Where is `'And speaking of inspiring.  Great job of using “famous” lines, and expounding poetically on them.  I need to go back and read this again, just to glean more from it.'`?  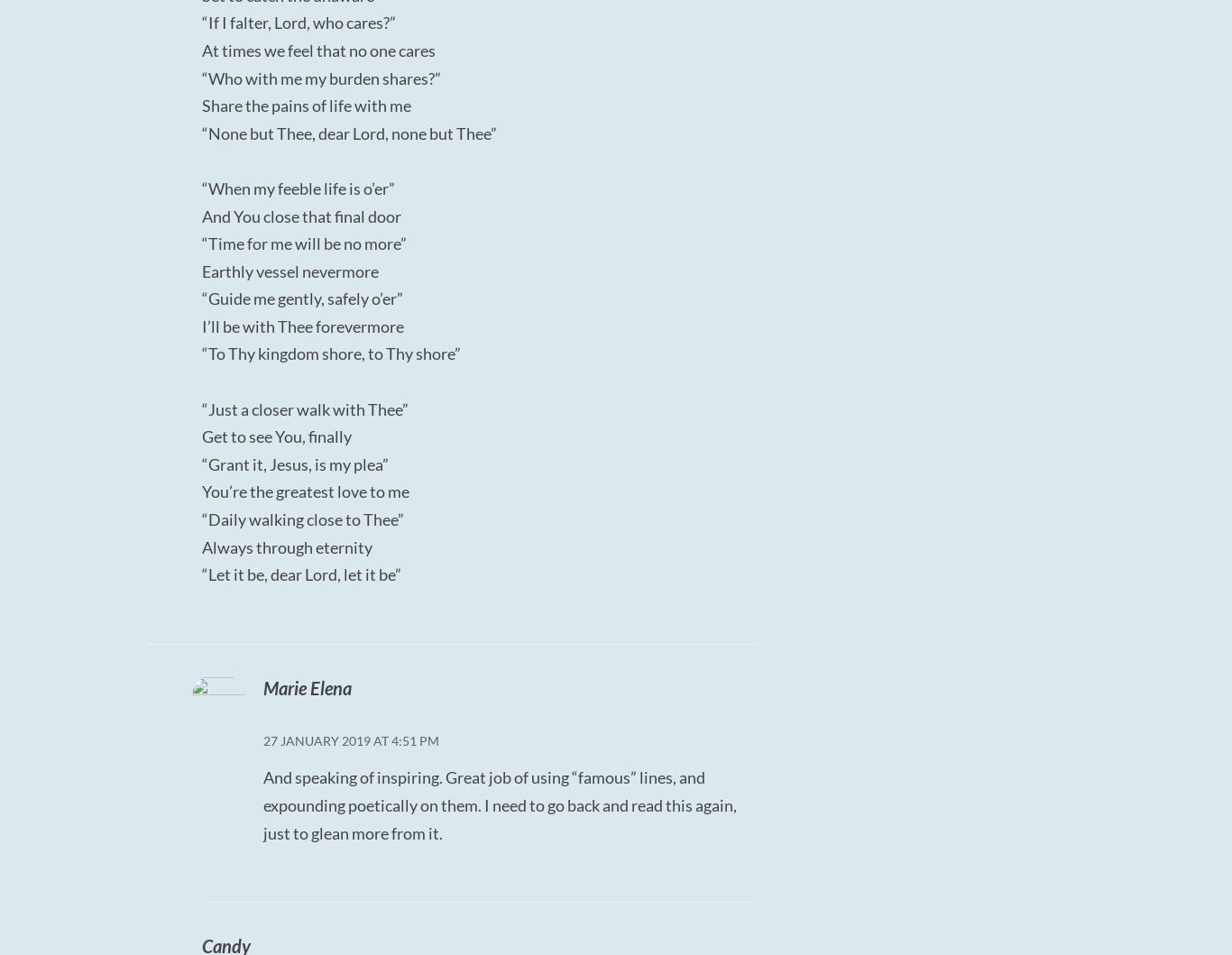
'And speaking of inspiring.  Great job of using “famous” lines, and expounding poetically on them.  I need to go back and read this again, just to glean more from it.' is located at coordinates (499, 804).